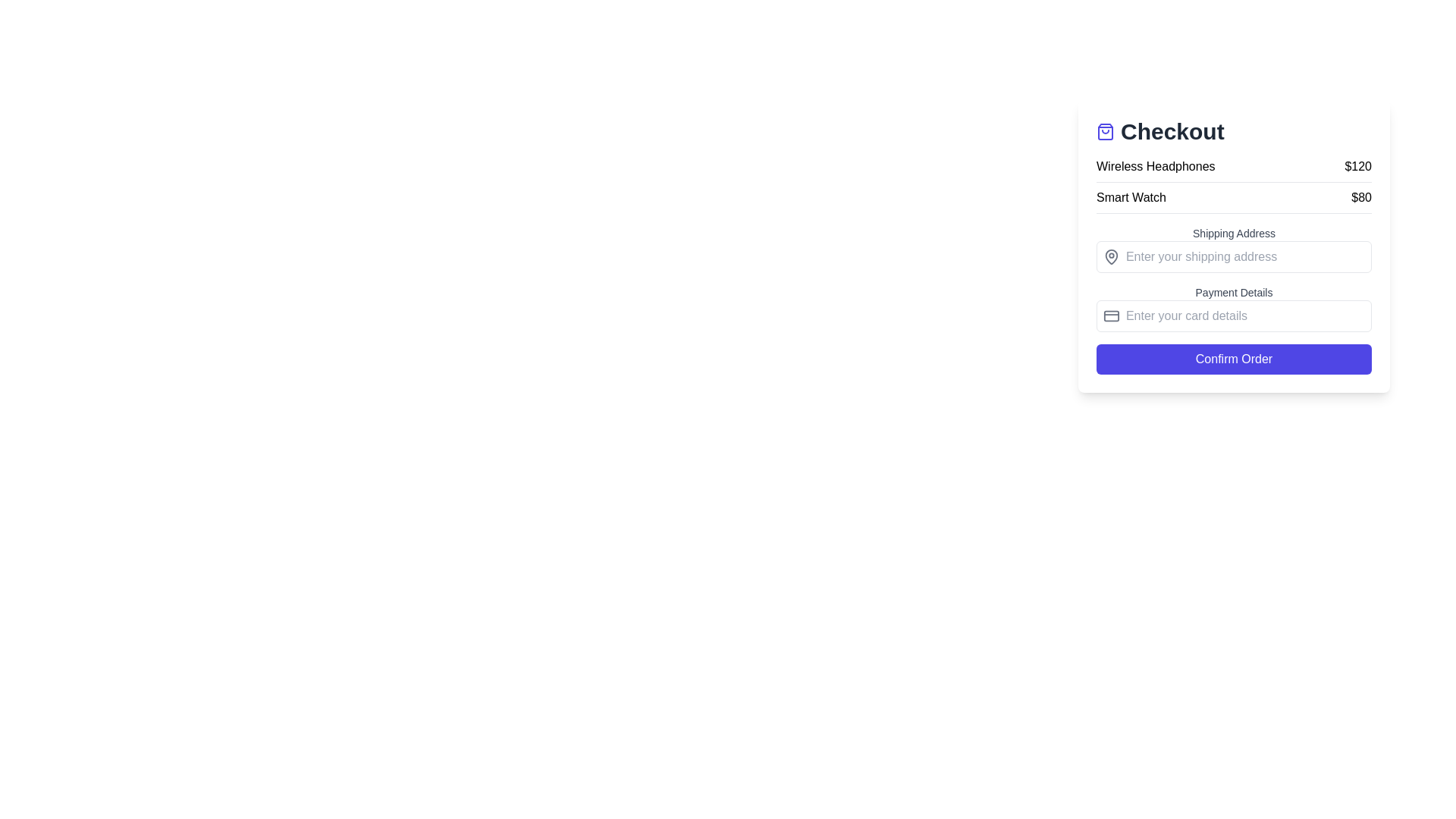 This screenshot has width=1456, height=819. What do you see at coordinates (1111, 256) in the screenshot?
I see `the map pin icon located within the 'Shipping Address' input field on the checkout form, positioned just to the left of the text input box` at bounding box center [1111, 256].